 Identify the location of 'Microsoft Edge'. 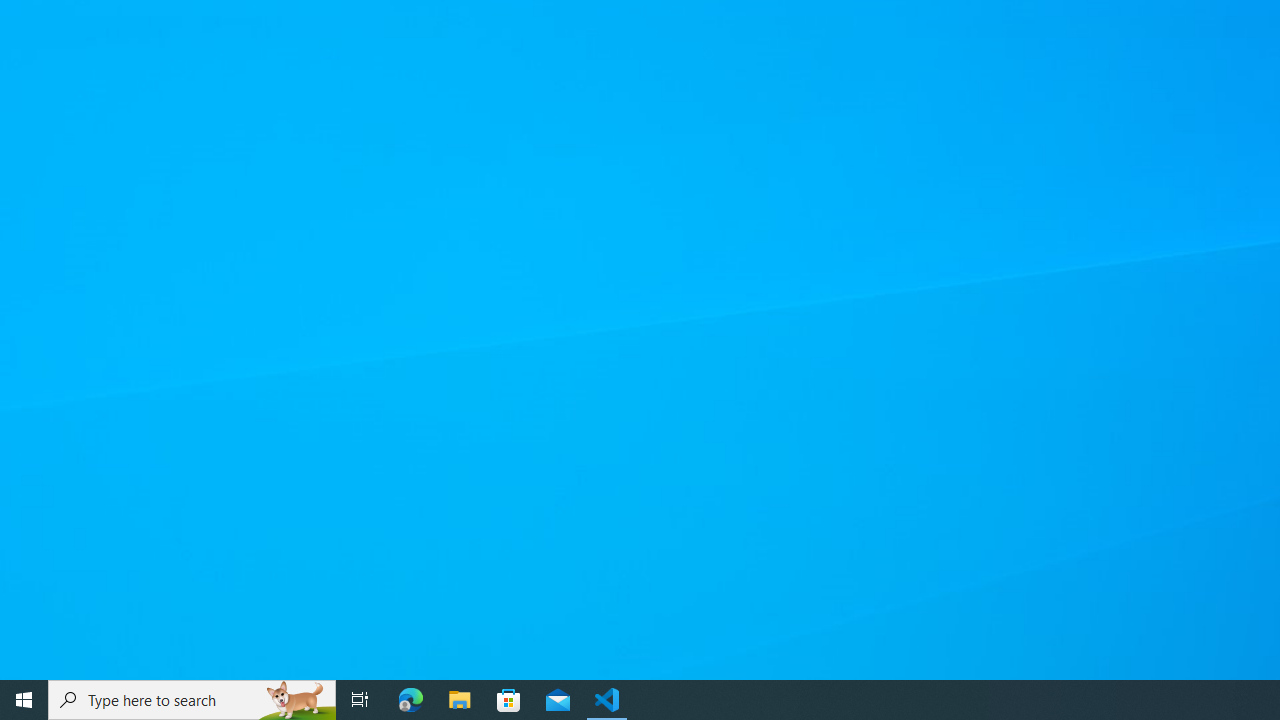
(410, 698).